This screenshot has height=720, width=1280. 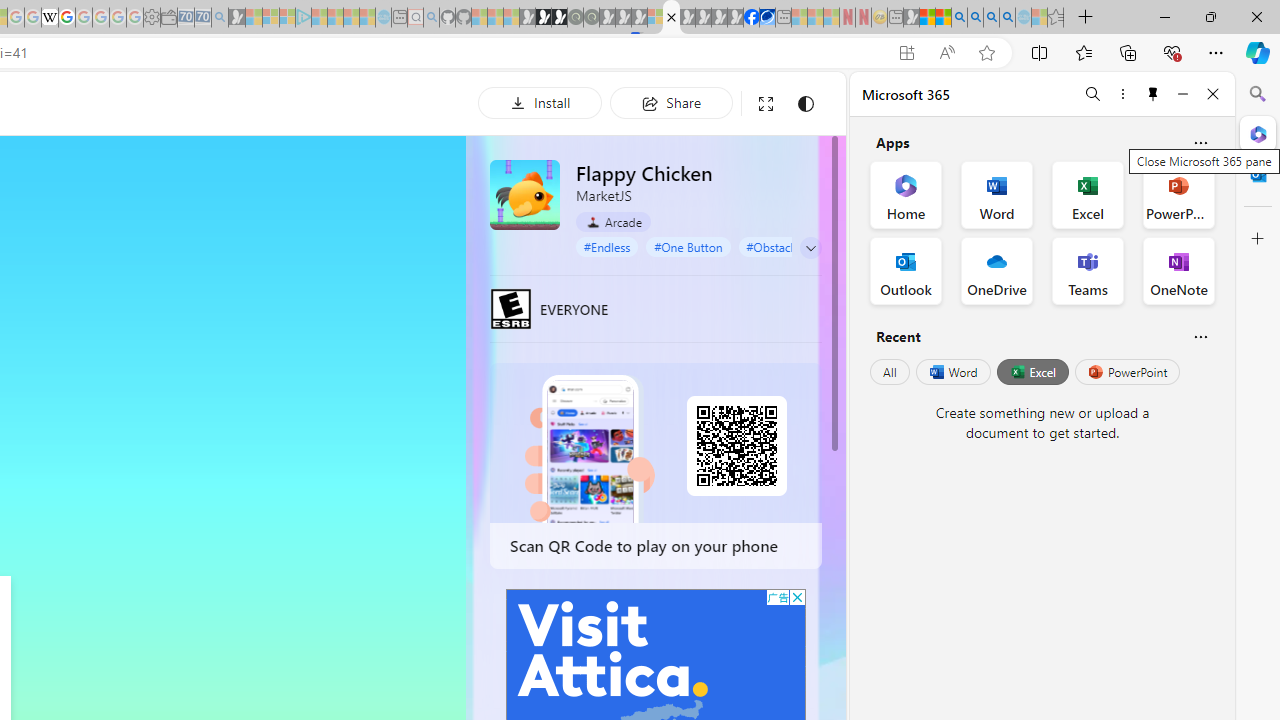 What do you see at coordinates (766, 17) in the screenshot?
I see `'AirNow.gov'` at bounding box center [766, 17].